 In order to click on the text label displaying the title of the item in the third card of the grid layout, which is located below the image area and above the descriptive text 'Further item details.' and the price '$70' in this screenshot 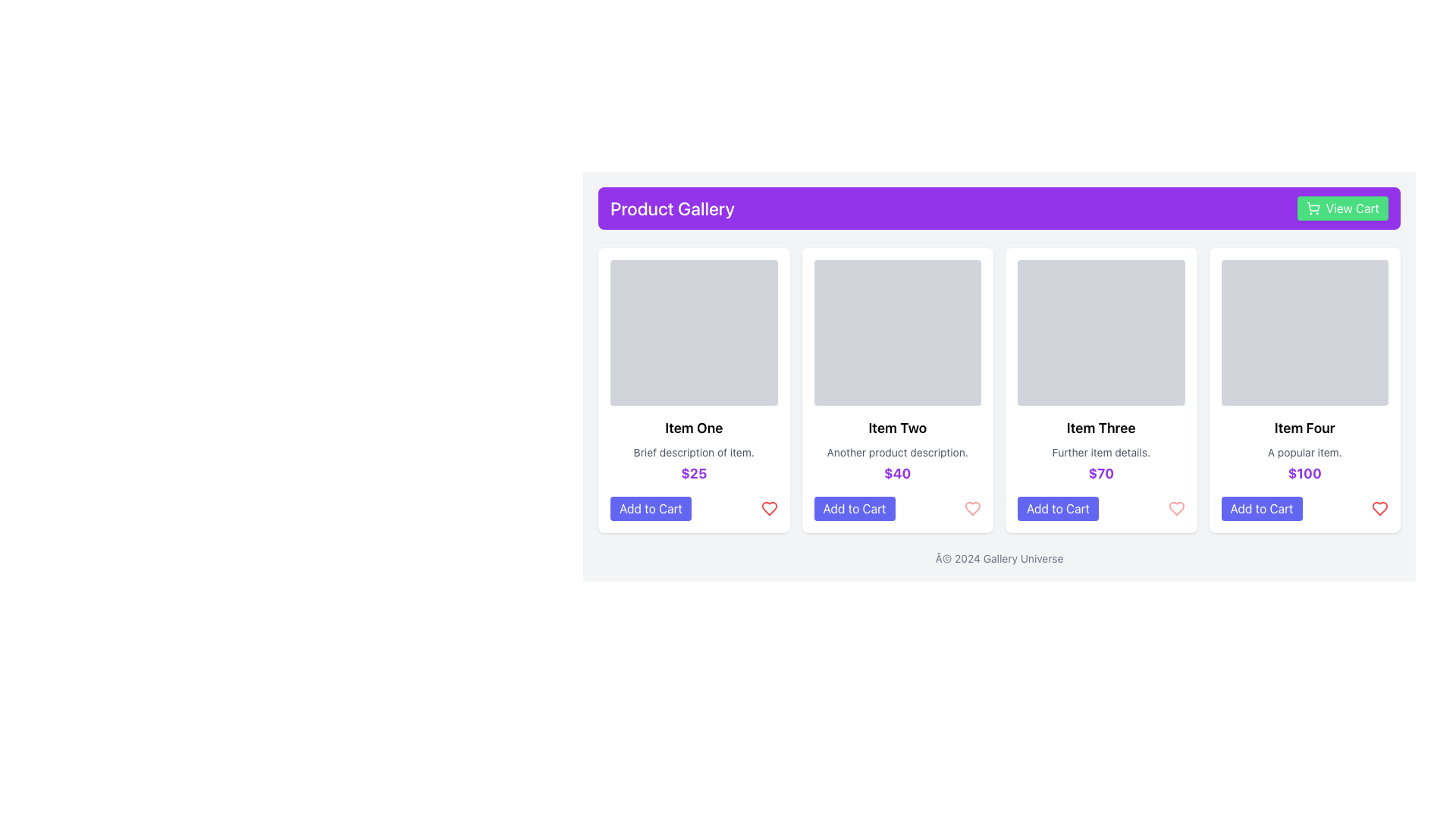, I will do `click(1101, 428)`.